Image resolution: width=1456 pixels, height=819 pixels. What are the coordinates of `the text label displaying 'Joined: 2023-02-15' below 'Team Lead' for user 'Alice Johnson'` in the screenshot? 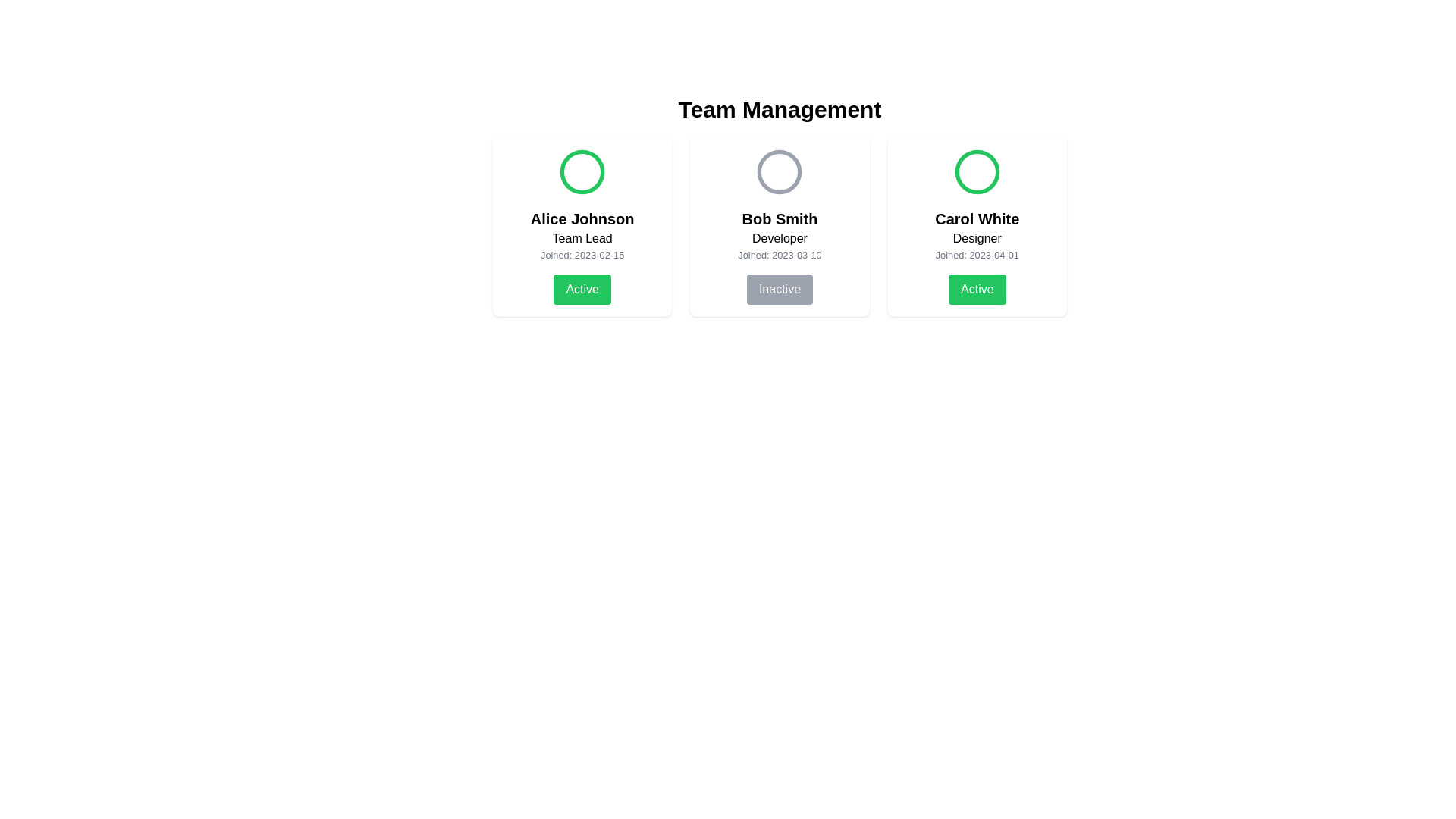 It's located at (582, 254).